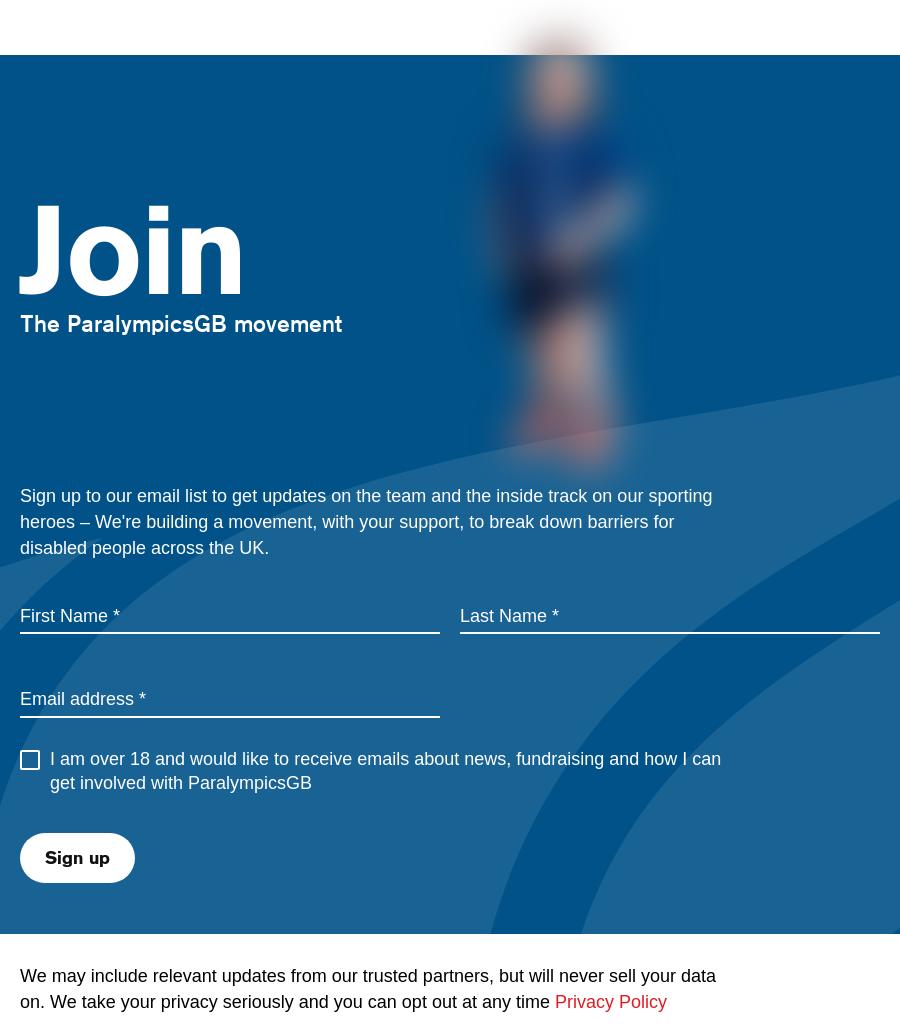  Describe the element at coordinates (76, 699) in the screenshot. I see `'Email address'` at that location.